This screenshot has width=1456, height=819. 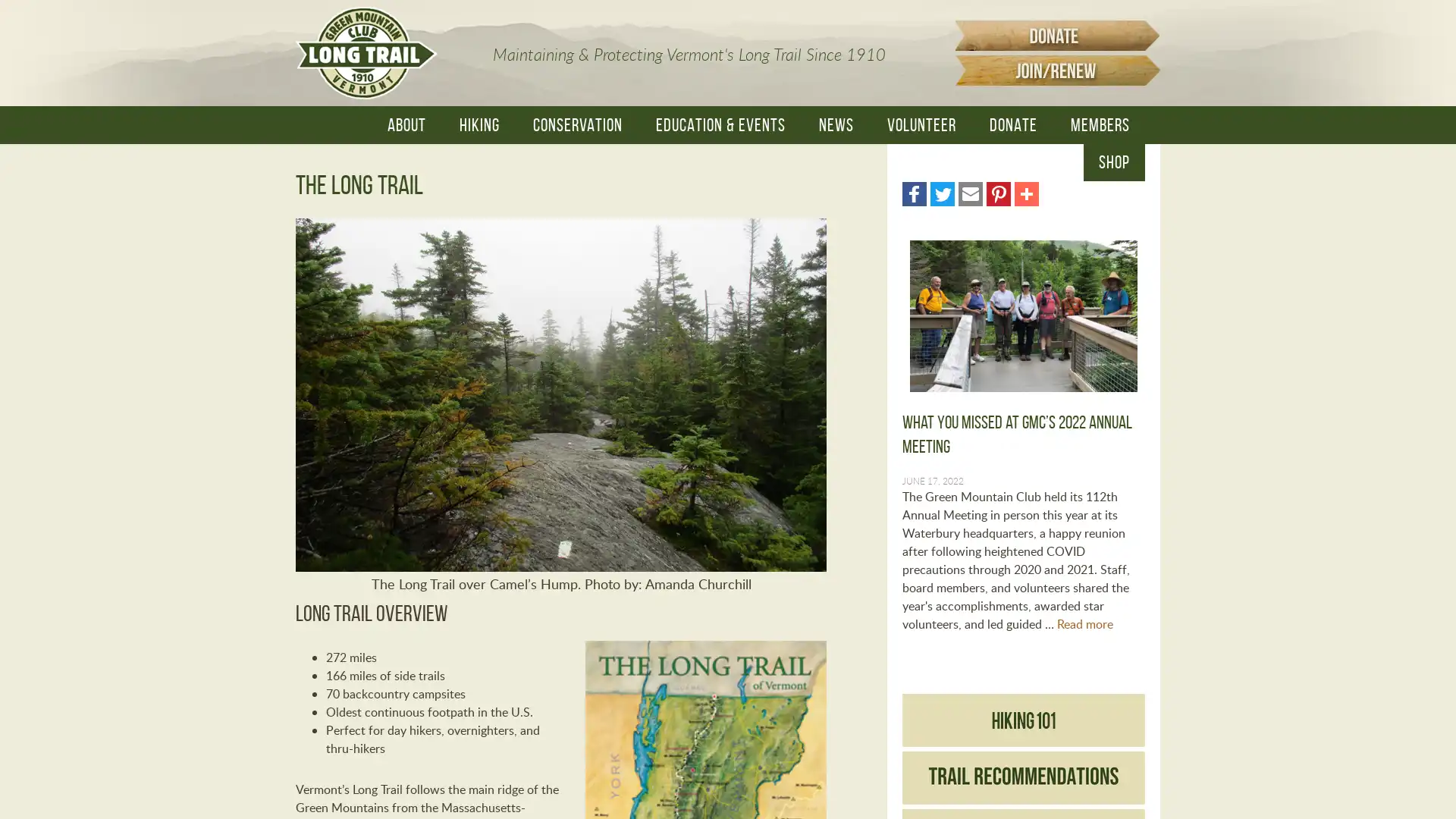 What do you see at coordinates (1026, 193) in the screenshot?
I see `Share to More` at bounding box center [1026, 193].